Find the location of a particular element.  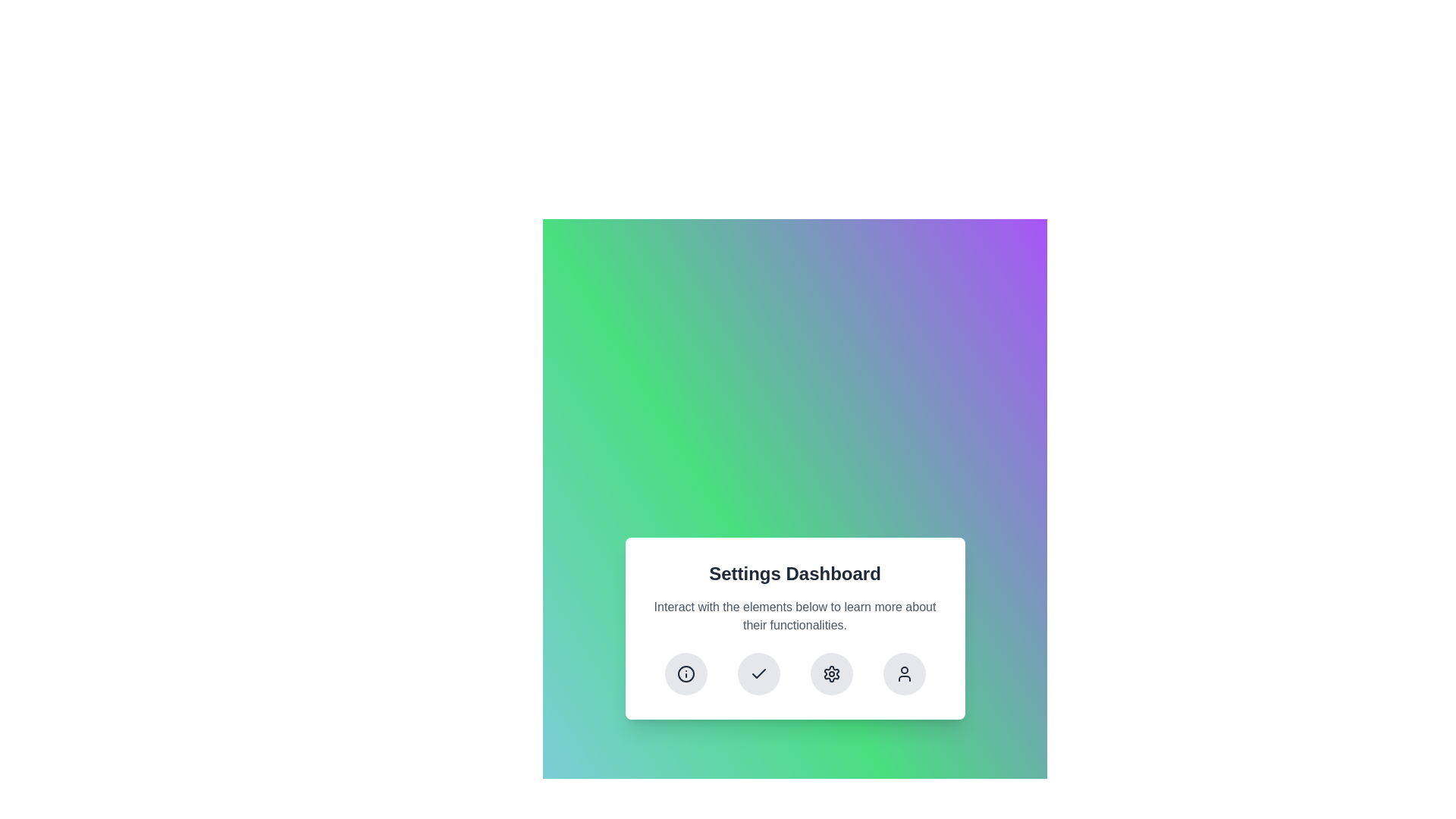

the circular button with a gray background, which is the first among a set of four buttons positioned on the lower left of the 'Settings Dashboard' is located at coordinates (685, 673).